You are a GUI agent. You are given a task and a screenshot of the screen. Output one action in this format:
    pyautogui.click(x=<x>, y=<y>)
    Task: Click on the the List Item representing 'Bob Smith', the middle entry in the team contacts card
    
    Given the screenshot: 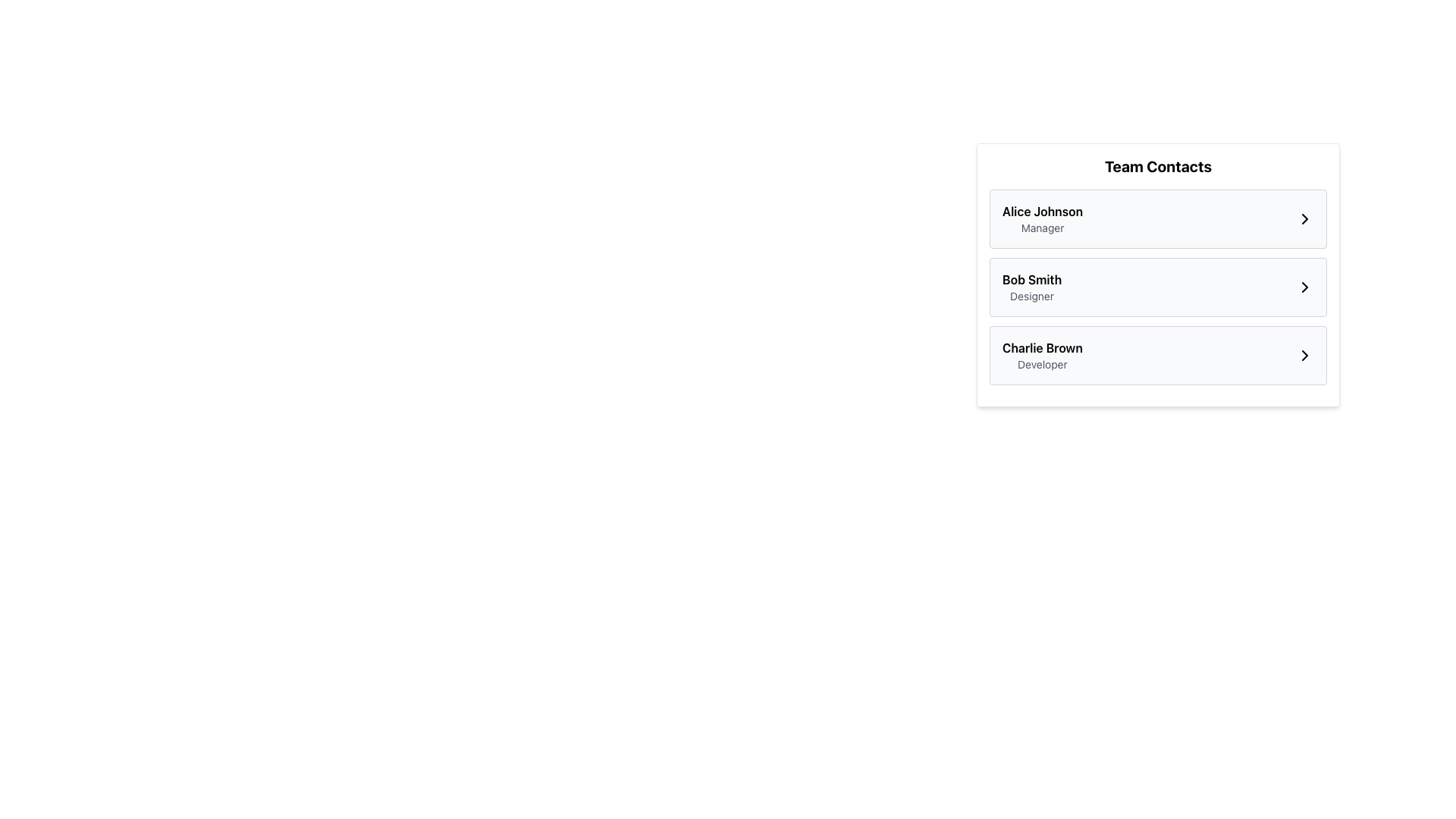 What is the action you would take?
    pyautogui.click(x=1157, y=275)
    